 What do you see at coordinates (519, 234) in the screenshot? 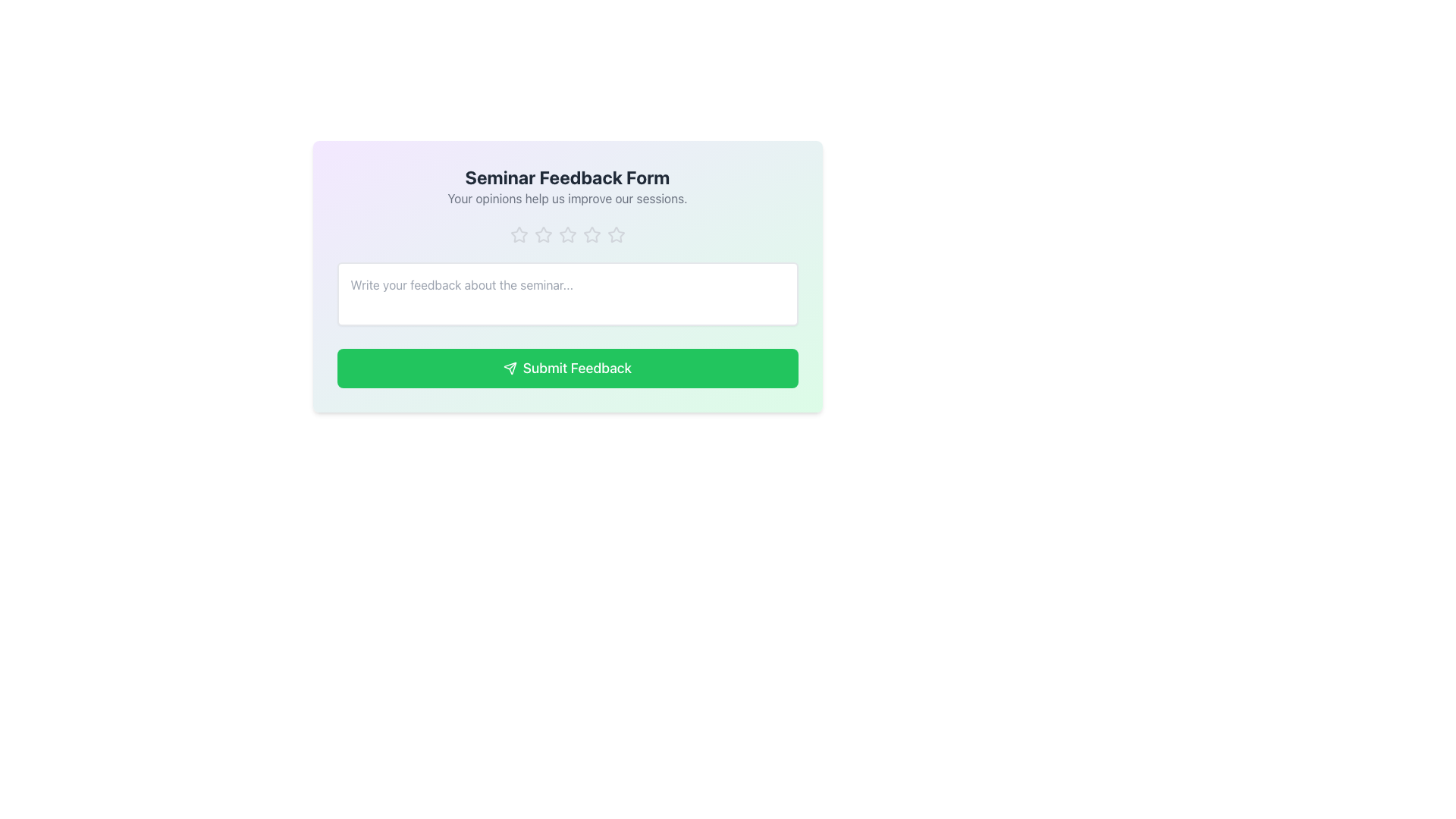
I see `the second star icon in the rating component of the 'Seminar Feedback Form', which is styled with an outline design and is part of a row of five stars` at bounding box center [519, 234].